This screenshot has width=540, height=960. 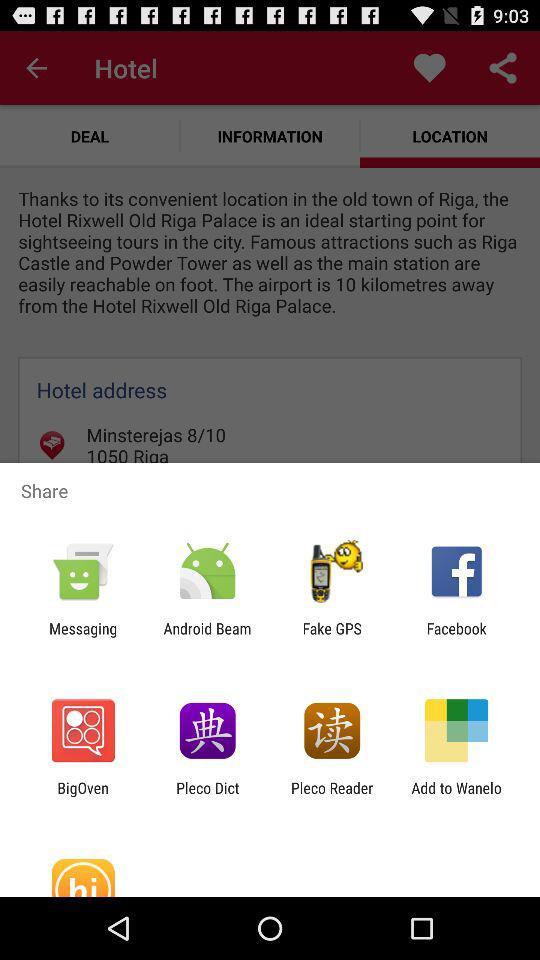 What do you see at coordinates (206, 636) in the screenshot?
I see `the icon to the left of the fake gps app` at bounding box center [206, 636].